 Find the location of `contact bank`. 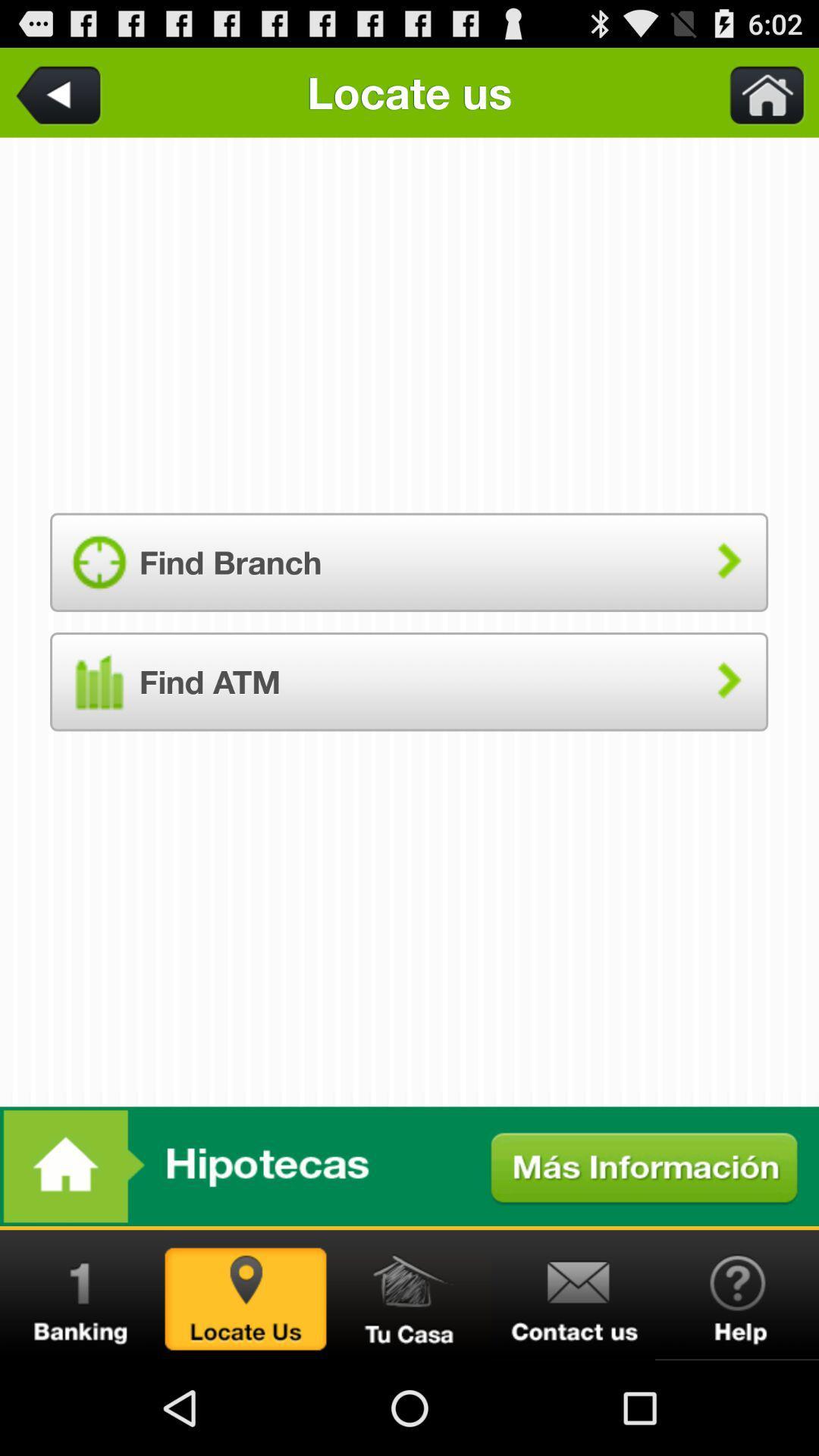

contact bank is located at coordinates (573, 1294).